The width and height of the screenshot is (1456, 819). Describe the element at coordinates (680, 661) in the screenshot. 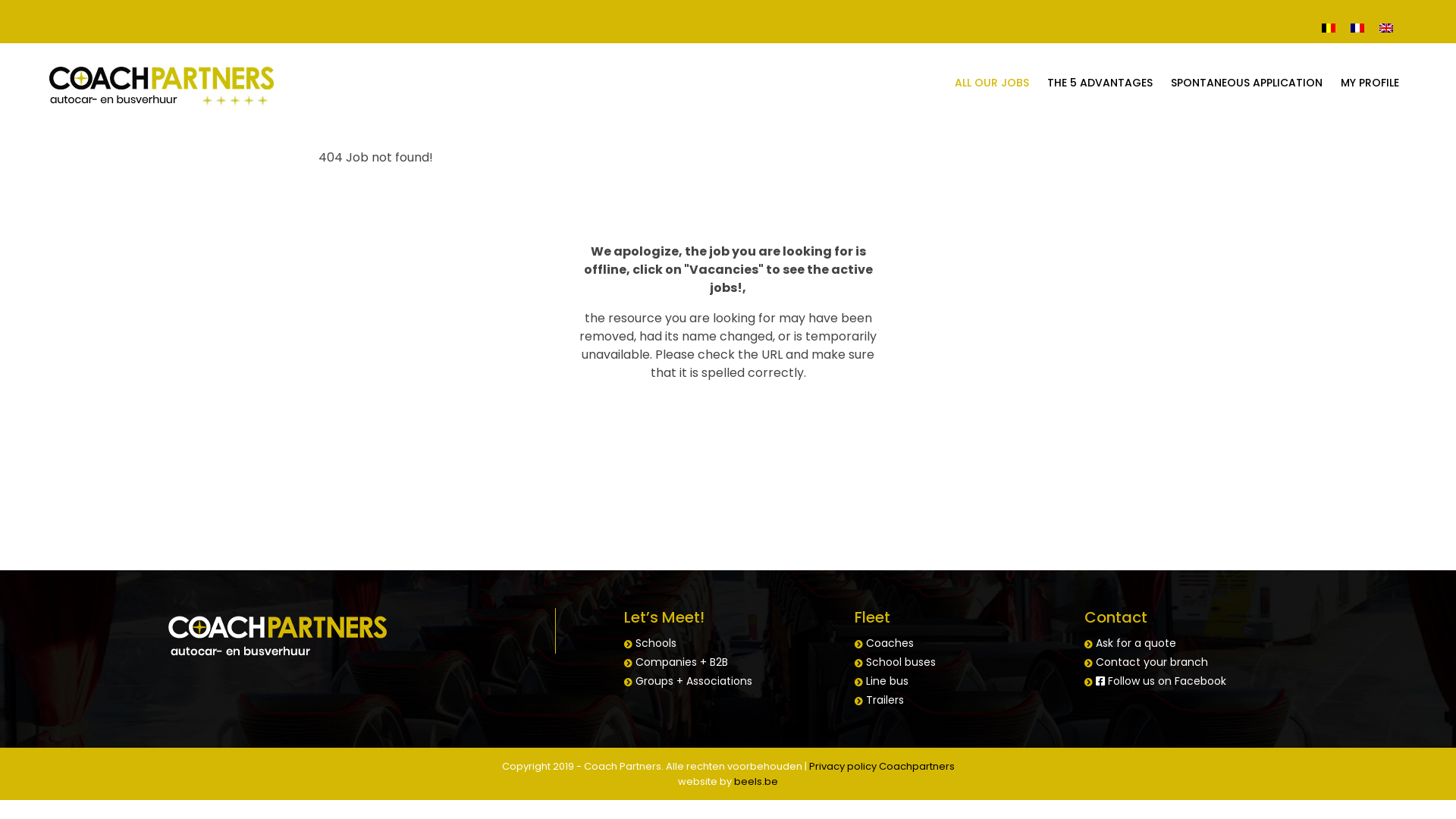

I see `'Companies + B2B'` at that location.